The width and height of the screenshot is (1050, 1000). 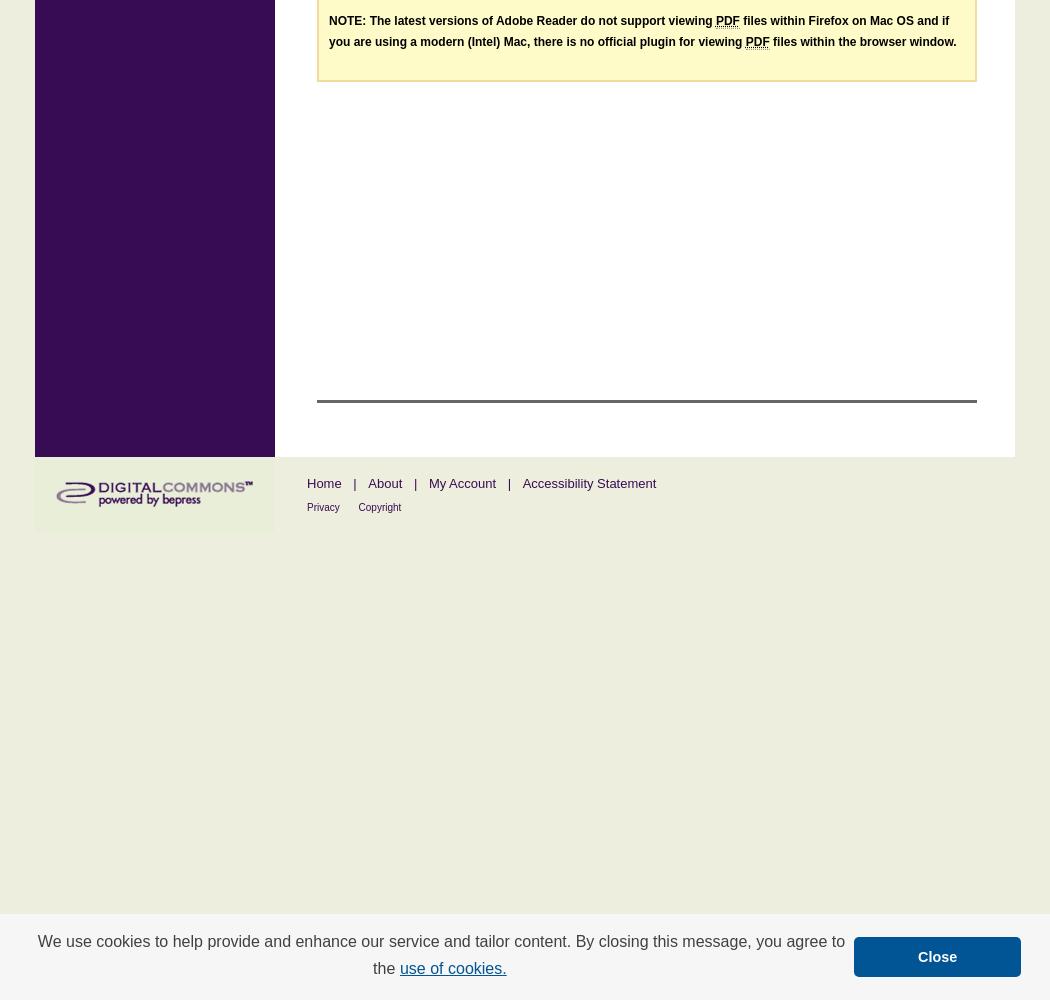 What do you see at coordinates (520, 481) in the screenshot?
I see `'Accessibility Statement'` at bounding box center [520, 481].